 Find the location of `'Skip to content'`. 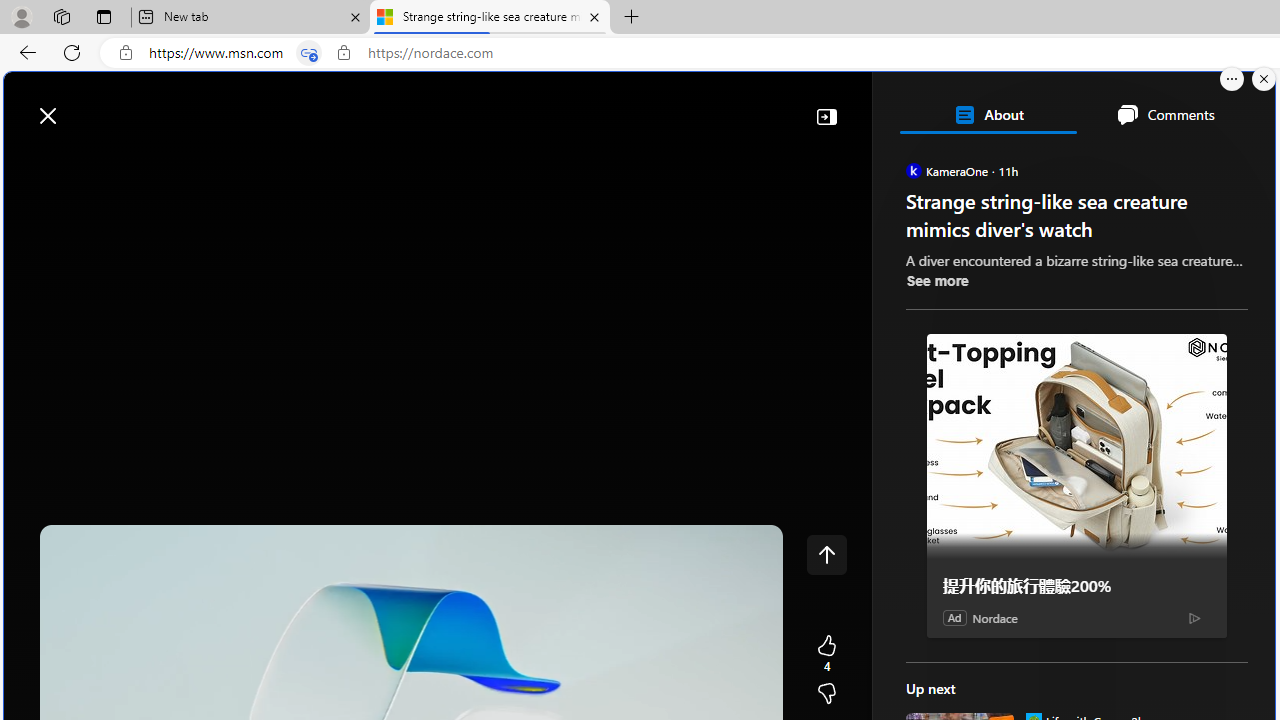

'Skip to content' is located at coordinates (86, 105).